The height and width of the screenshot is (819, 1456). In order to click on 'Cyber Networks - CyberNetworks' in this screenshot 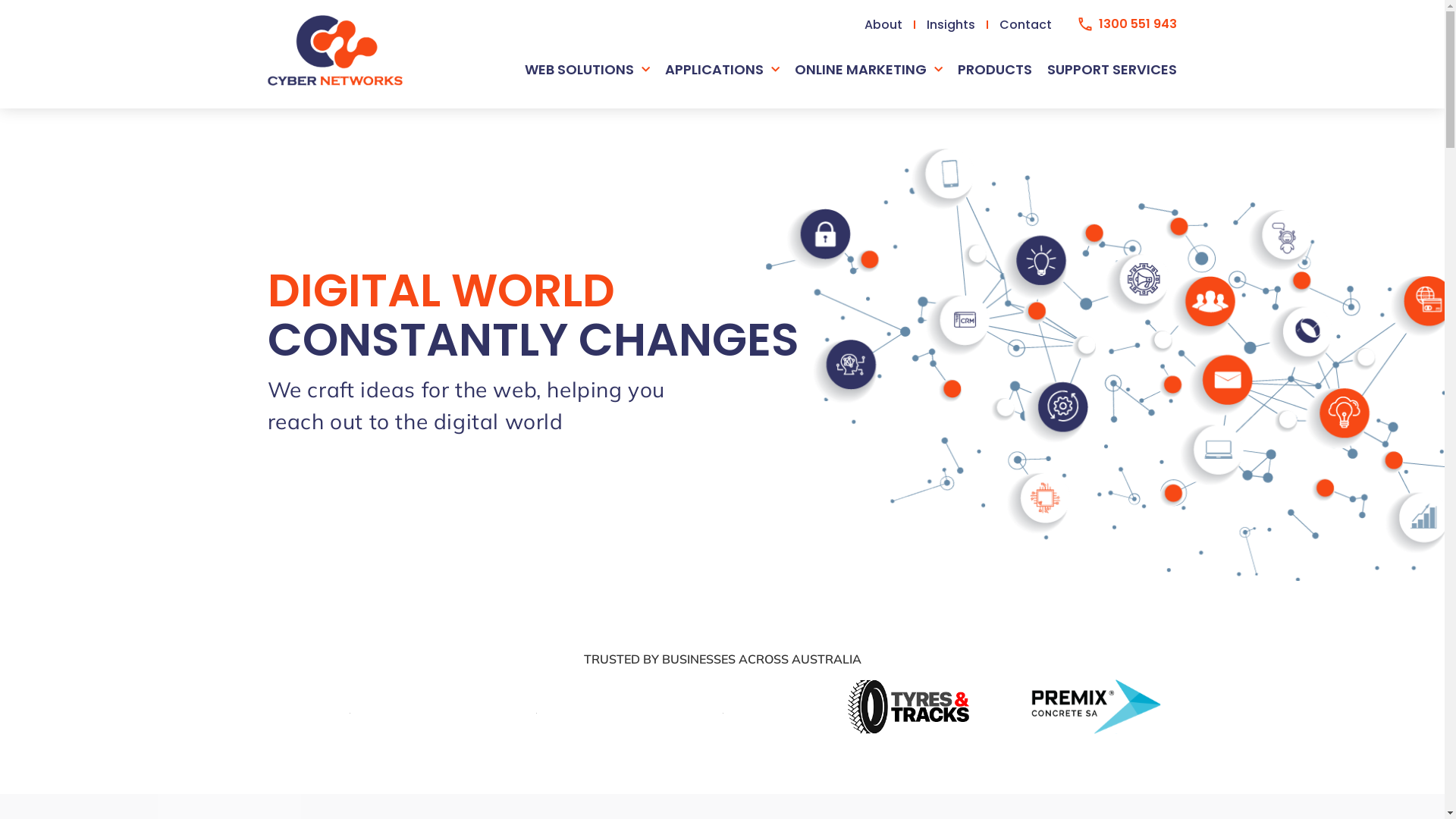, I will do `click(334, 49)`.